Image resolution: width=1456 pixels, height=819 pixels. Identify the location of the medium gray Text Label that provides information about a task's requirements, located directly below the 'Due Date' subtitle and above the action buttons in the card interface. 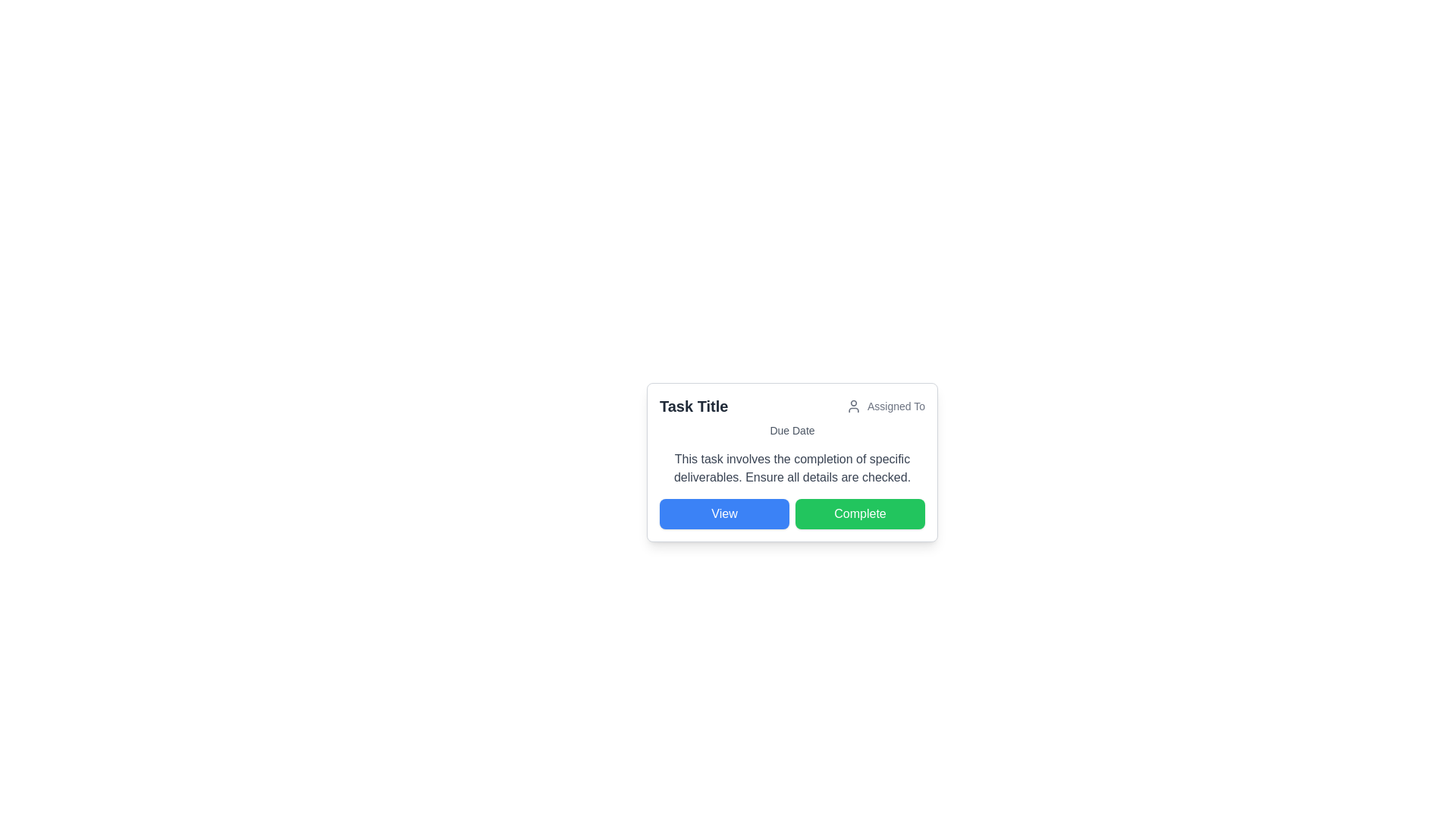
(792, 467).